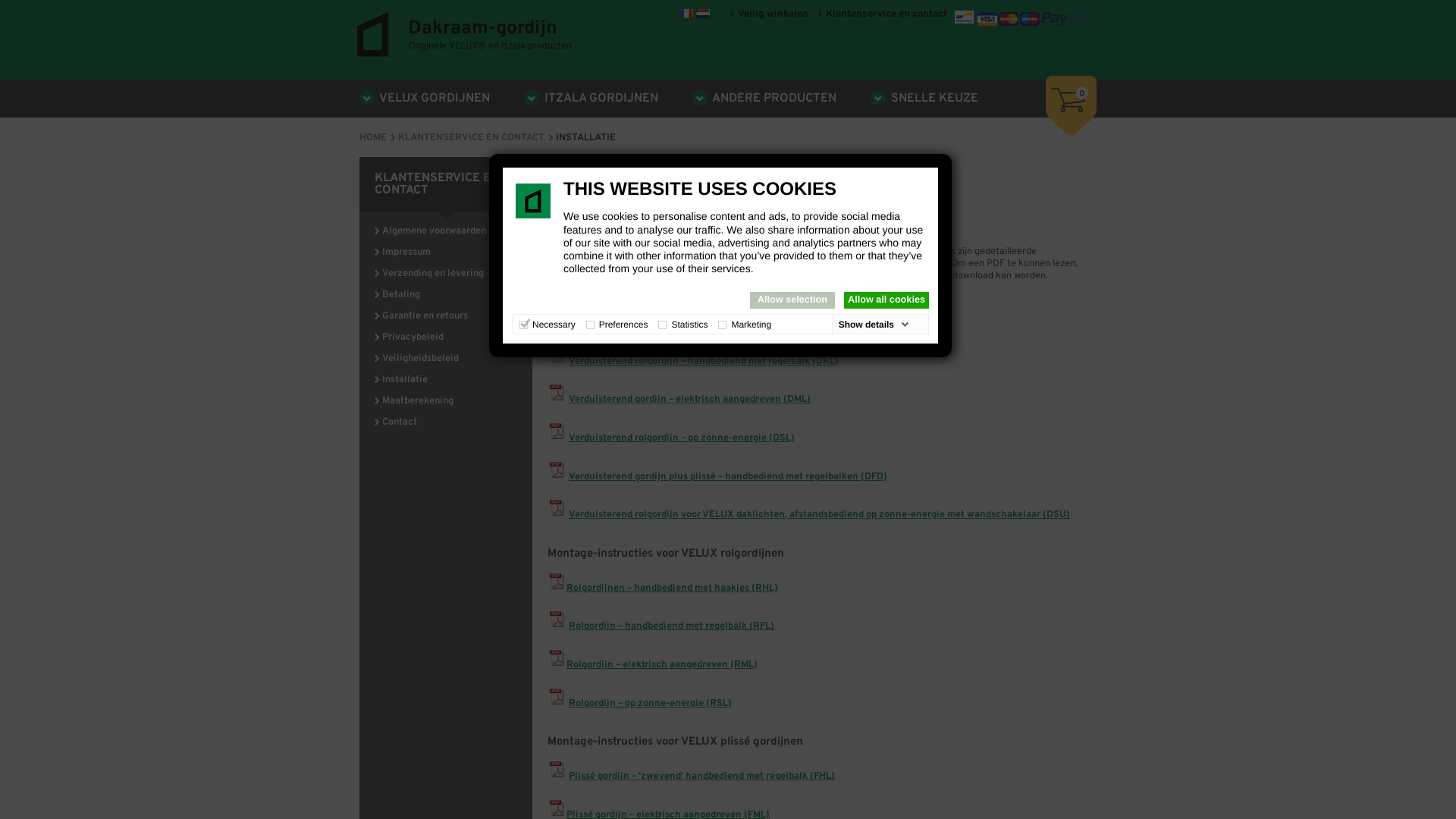  Describe the element at coordinates (400, 422) in the screenshot. I see `'Contact'` at that location.